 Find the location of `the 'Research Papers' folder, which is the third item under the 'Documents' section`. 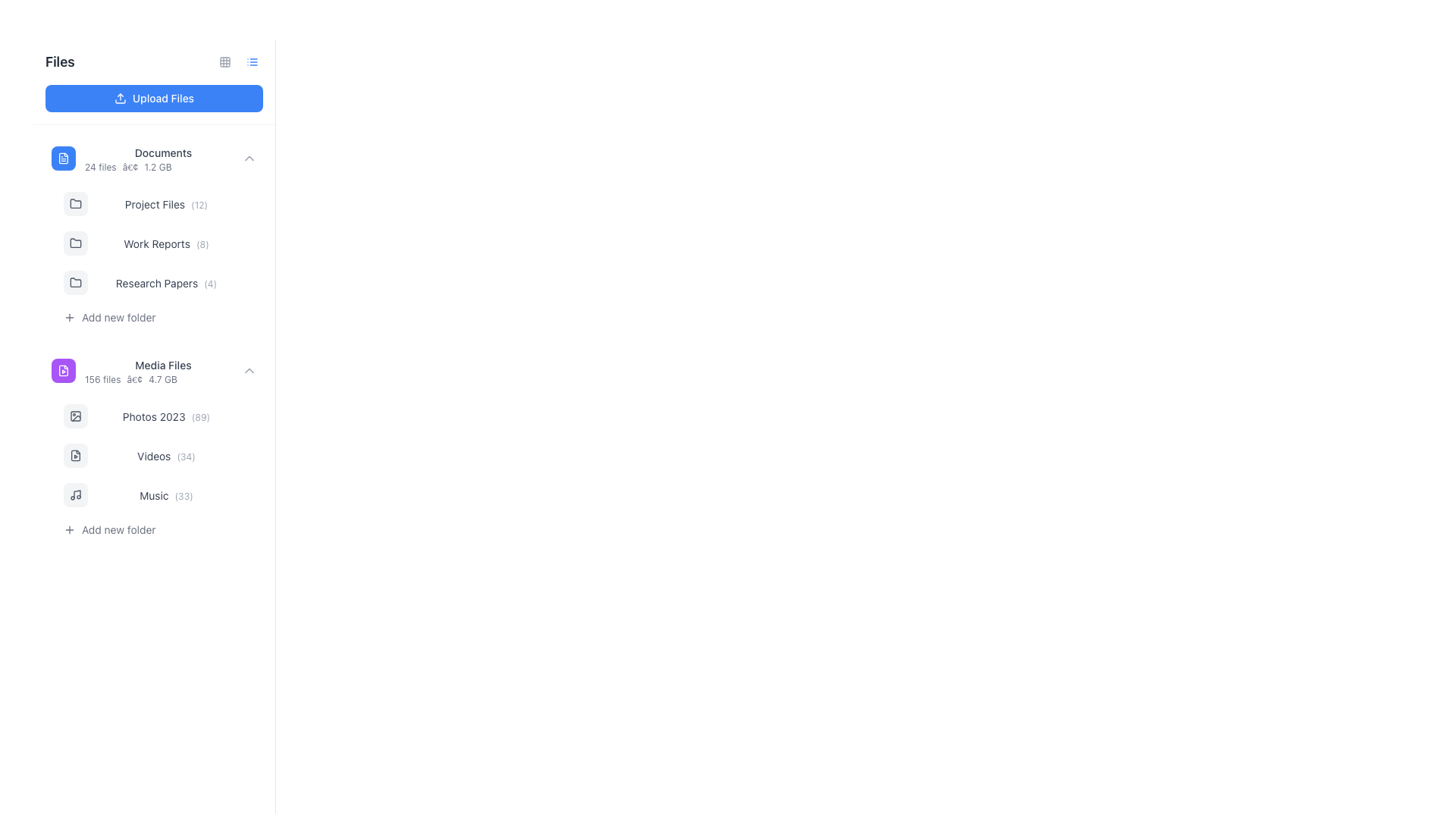

the 'Research Papers' folder, which is the third item under the 'Documents' section is located at coordinates (160, 283).